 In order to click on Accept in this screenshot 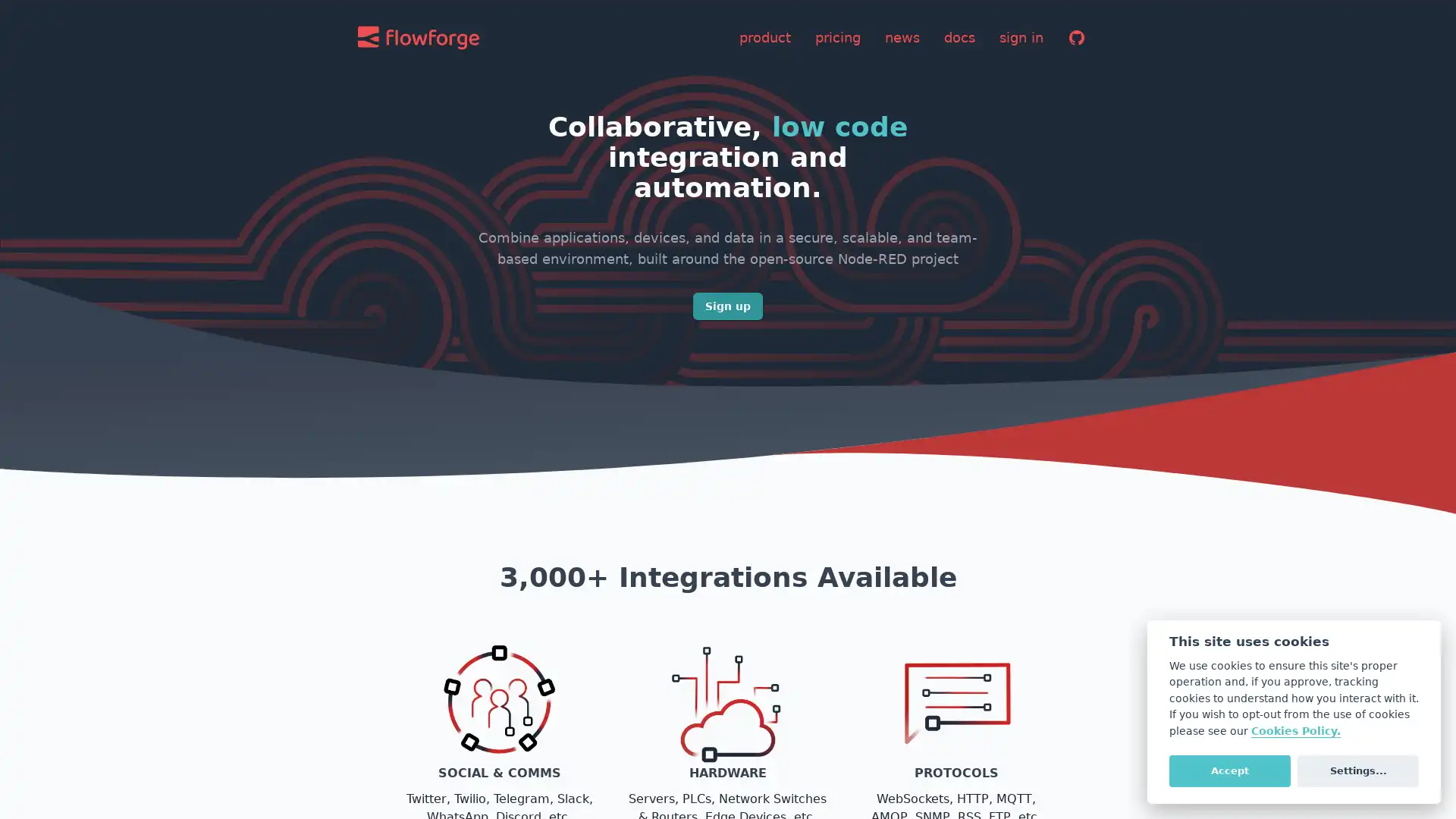, I will do `click(1229, 770)`.